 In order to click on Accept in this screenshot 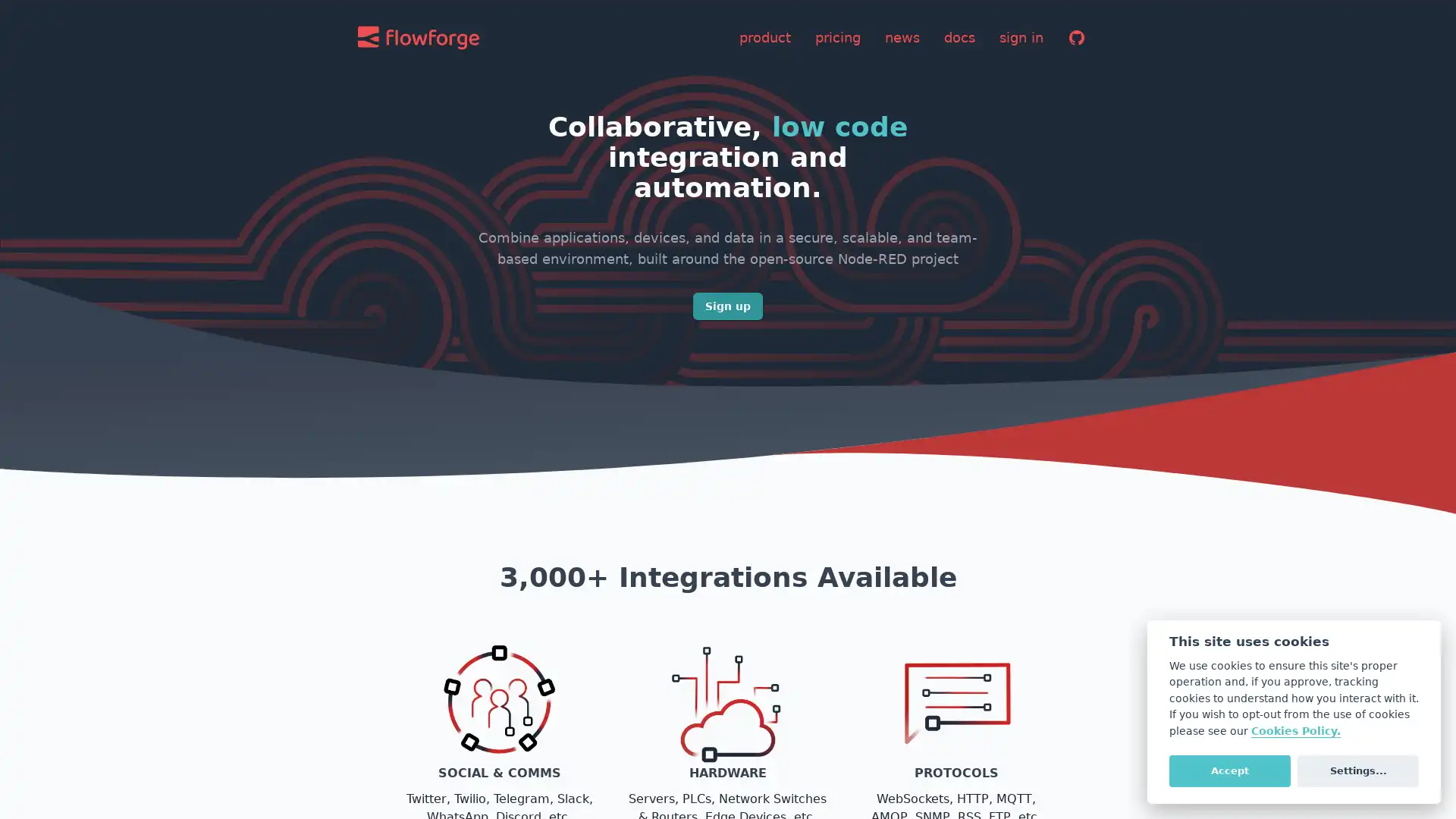, I will do `click(1229, 770)`.